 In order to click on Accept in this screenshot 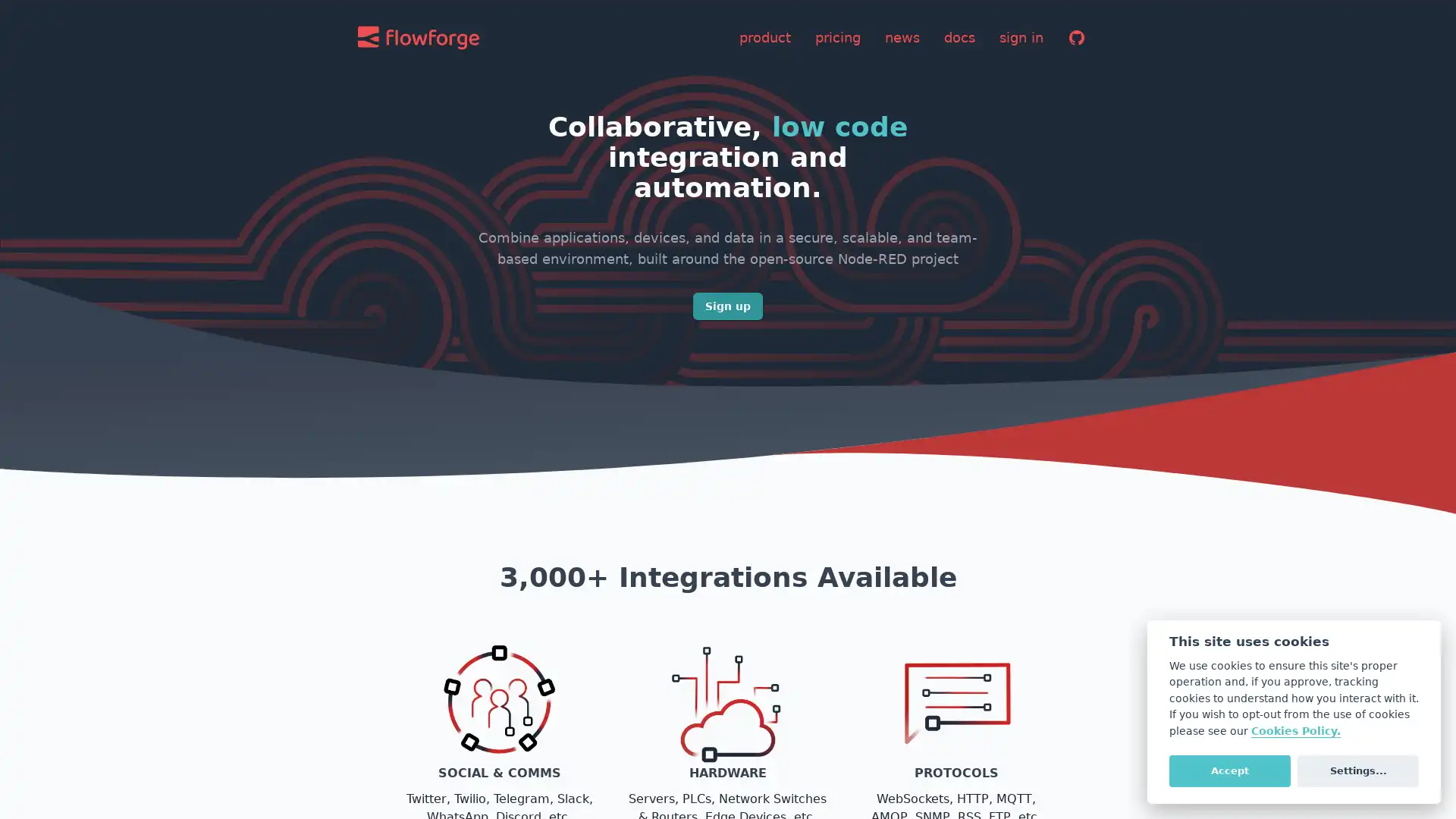, I will do `click(1229, 770)`.